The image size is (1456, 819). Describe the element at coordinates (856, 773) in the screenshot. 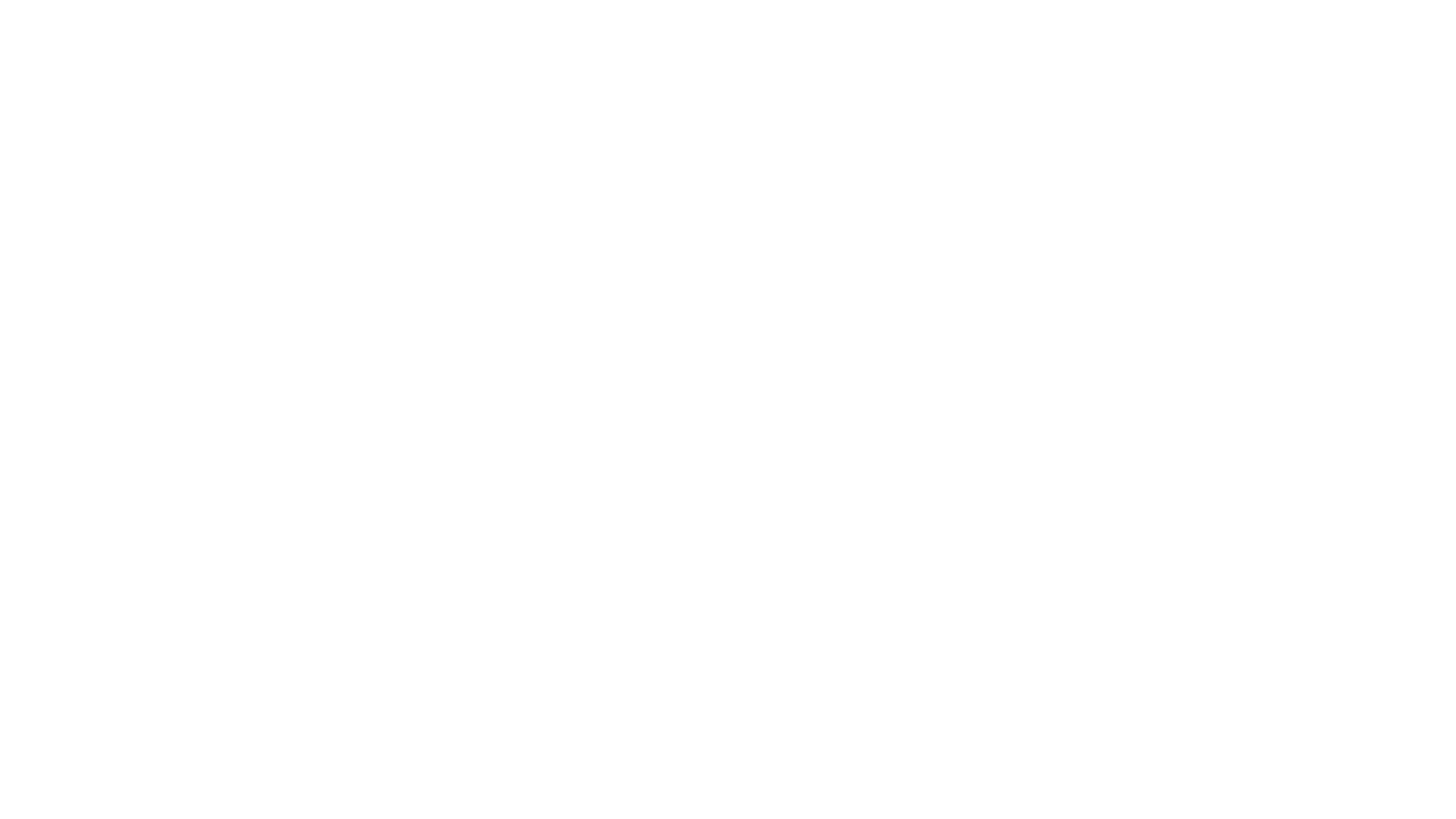

I see `Okay!` at that location.